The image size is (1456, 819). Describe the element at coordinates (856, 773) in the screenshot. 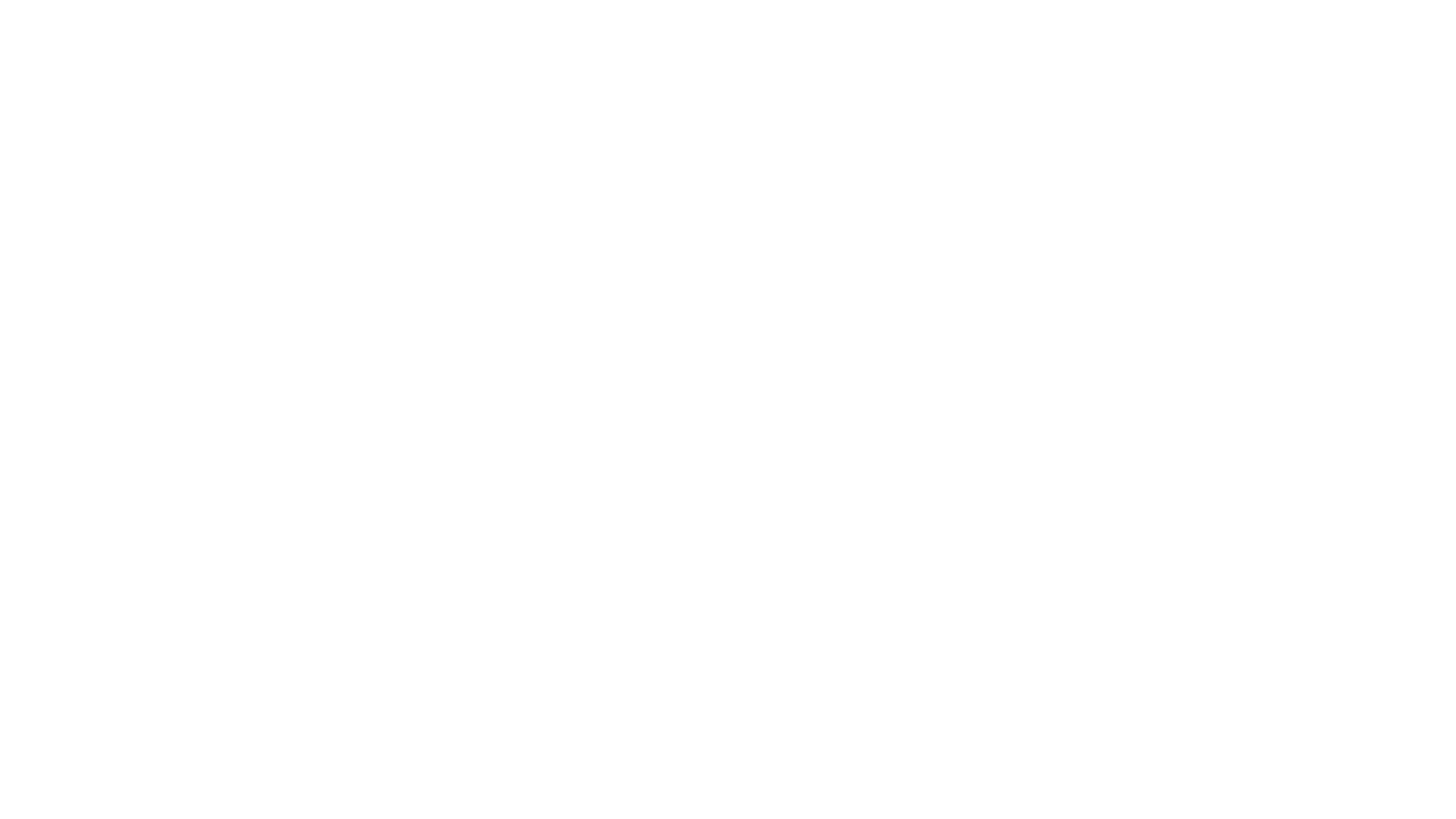

I see `Okay!` at that location.